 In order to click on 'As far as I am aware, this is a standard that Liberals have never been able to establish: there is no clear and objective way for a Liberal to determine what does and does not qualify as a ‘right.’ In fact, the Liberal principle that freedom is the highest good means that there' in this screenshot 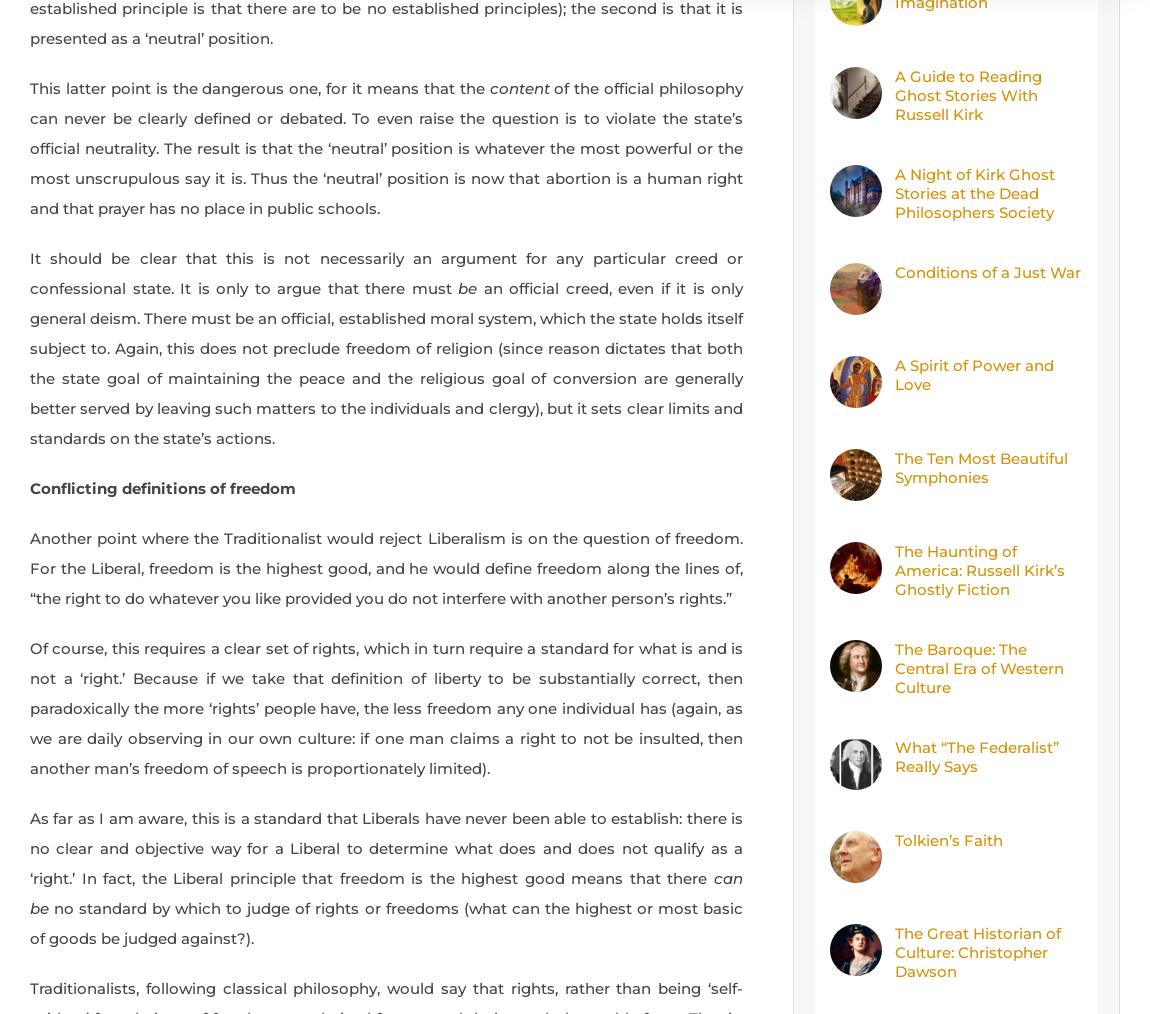, I will do `click(29, 846)`.